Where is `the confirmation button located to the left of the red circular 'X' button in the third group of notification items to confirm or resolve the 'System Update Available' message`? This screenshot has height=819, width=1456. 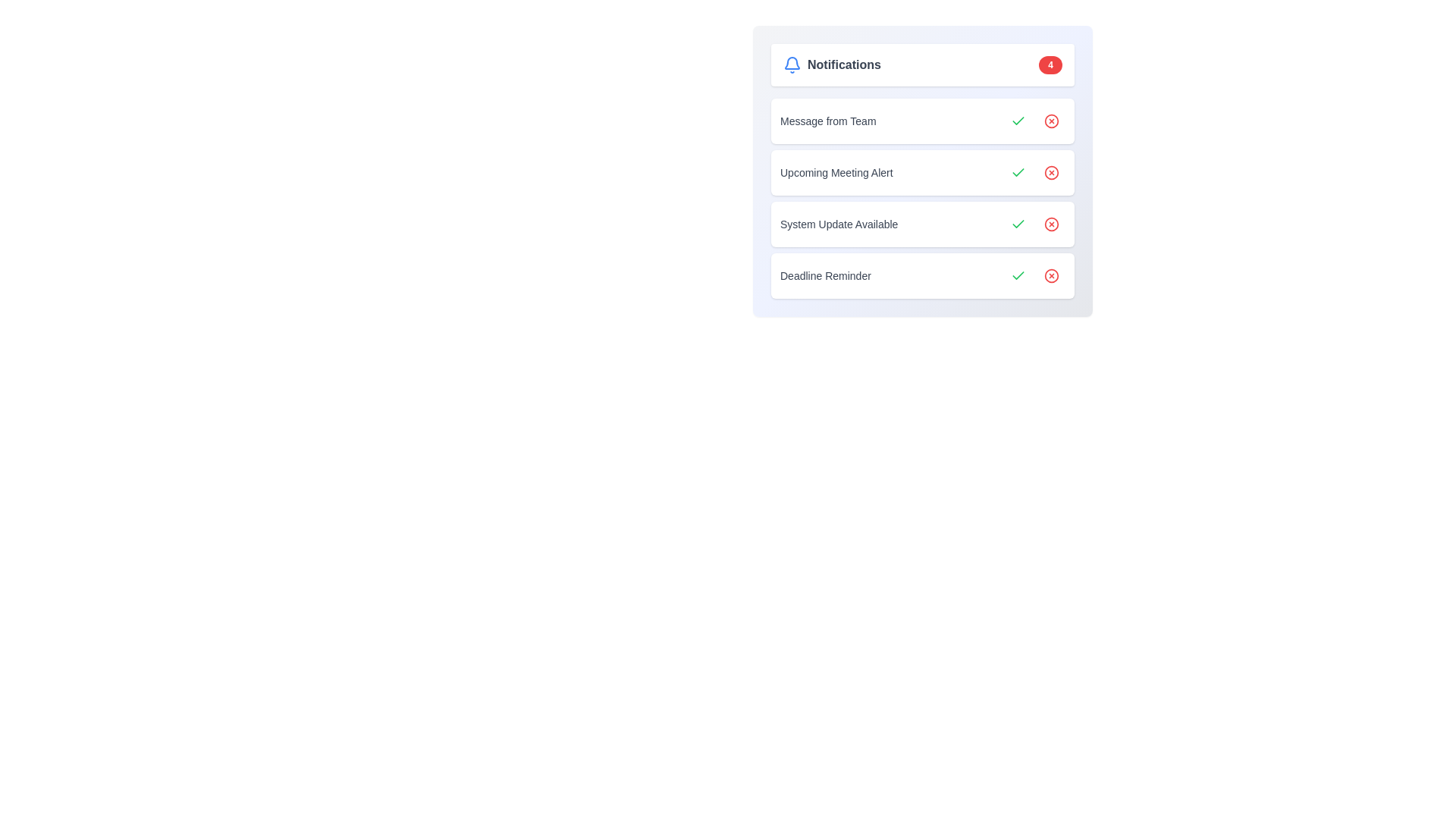 the confirmation button located to the left of the red circular 'X' button in the third group of notification items to confirm or resolve the 'System Update Available' message is located at coordinates (1018, 224).